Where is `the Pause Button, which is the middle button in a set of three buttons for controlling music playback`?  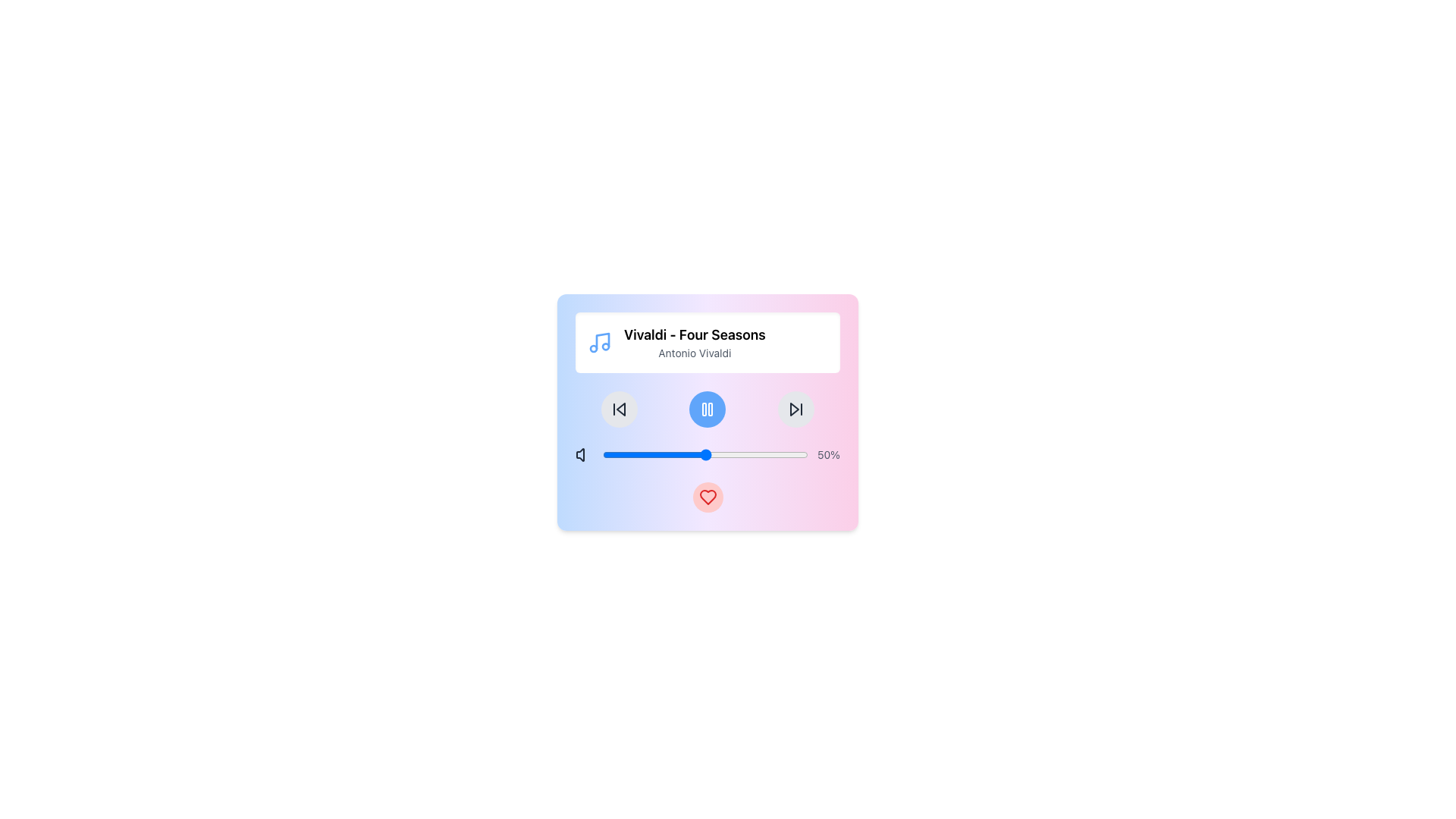
the Pause Button, which is the middle button in a set of three buttons for controlling music playback is located at coordinates (707, 409).